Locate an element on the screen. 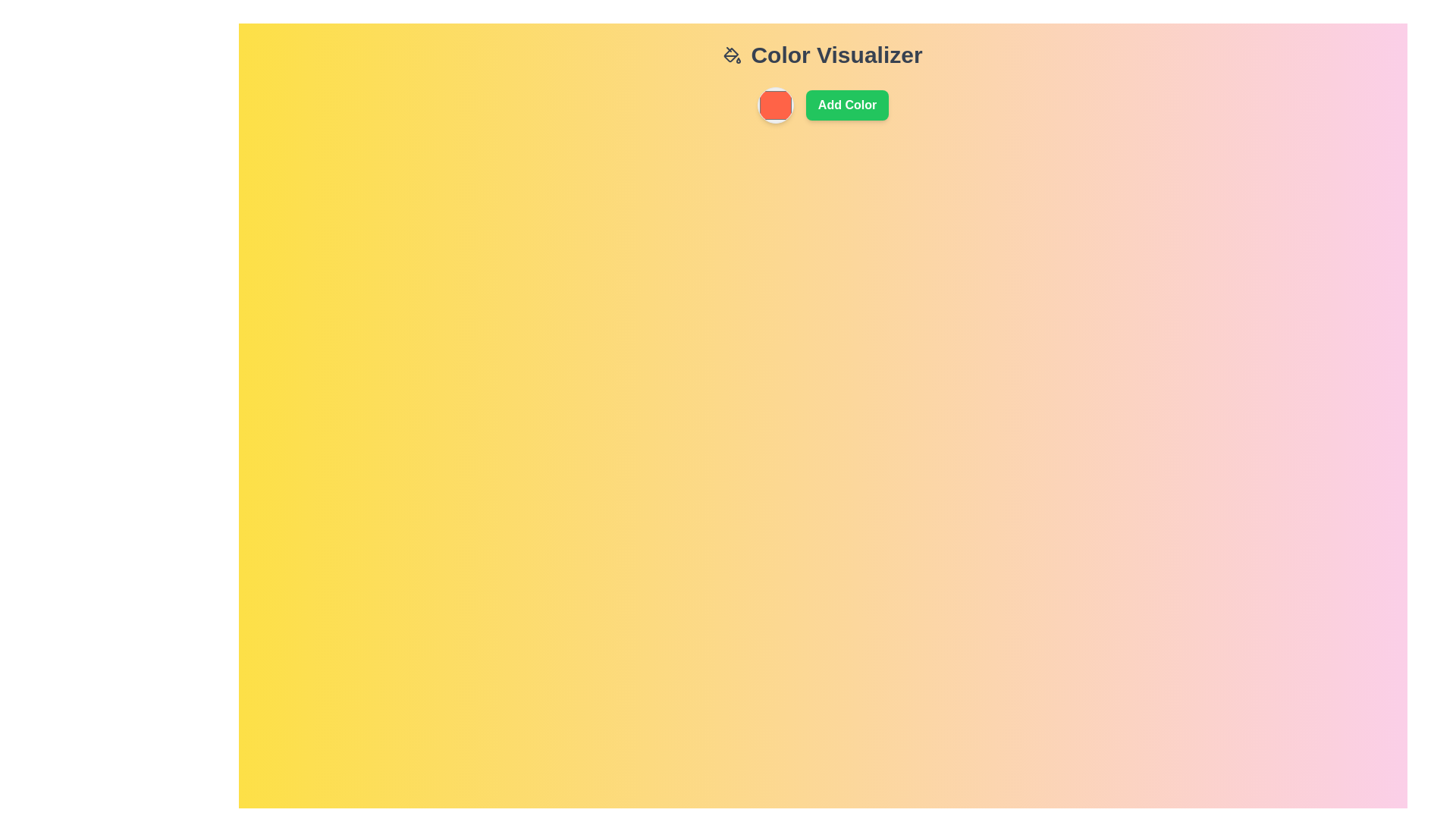 This screenshot has width=1456, height=819. the color customization icon located to the left of the 'Color Visualizer' text in the header area is located at coordinates (733, 55).